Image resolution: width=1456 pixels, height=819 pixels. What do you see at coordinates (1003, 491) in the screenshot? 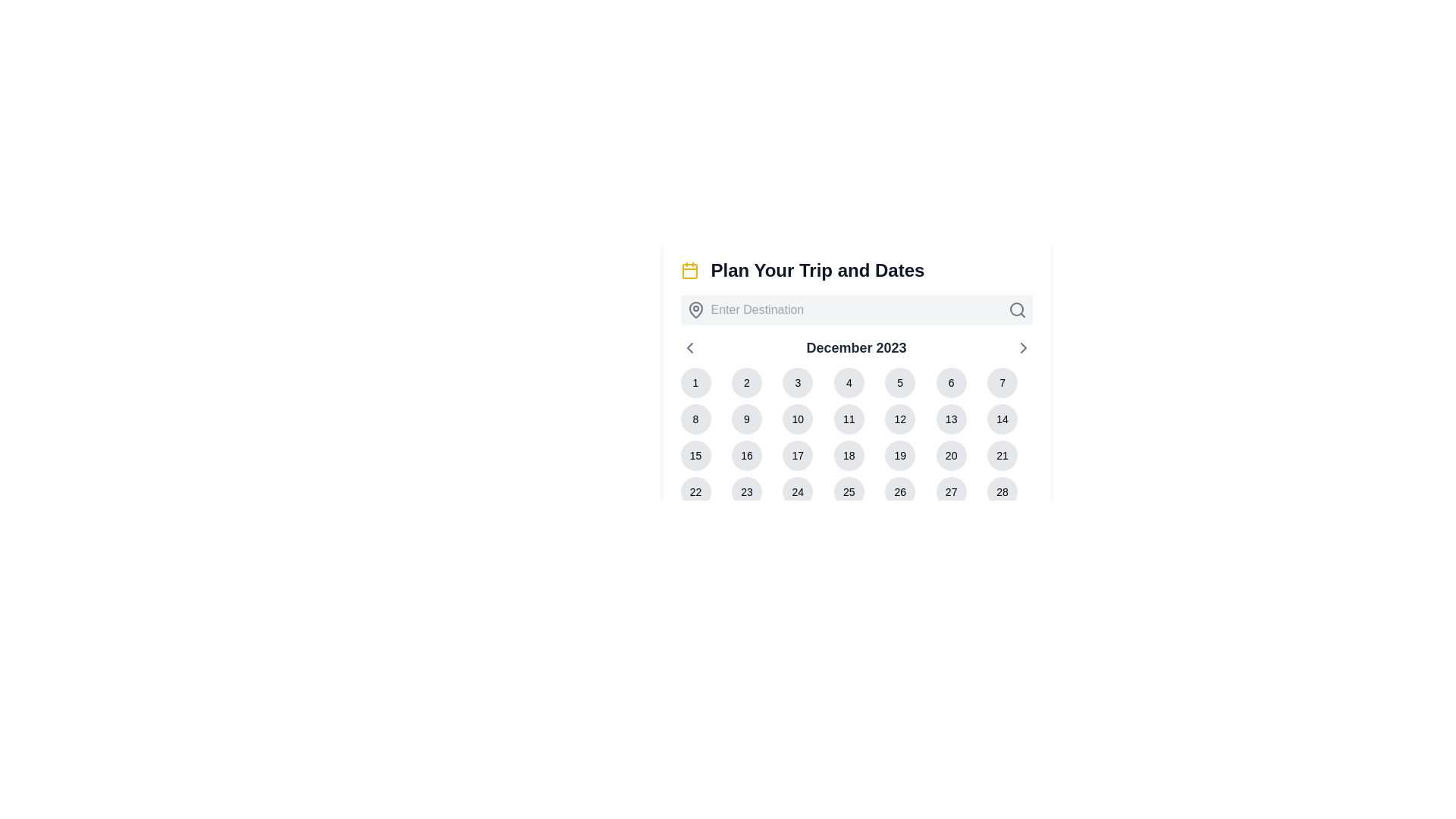
I see `the button` at bounding box center [1003, 491].